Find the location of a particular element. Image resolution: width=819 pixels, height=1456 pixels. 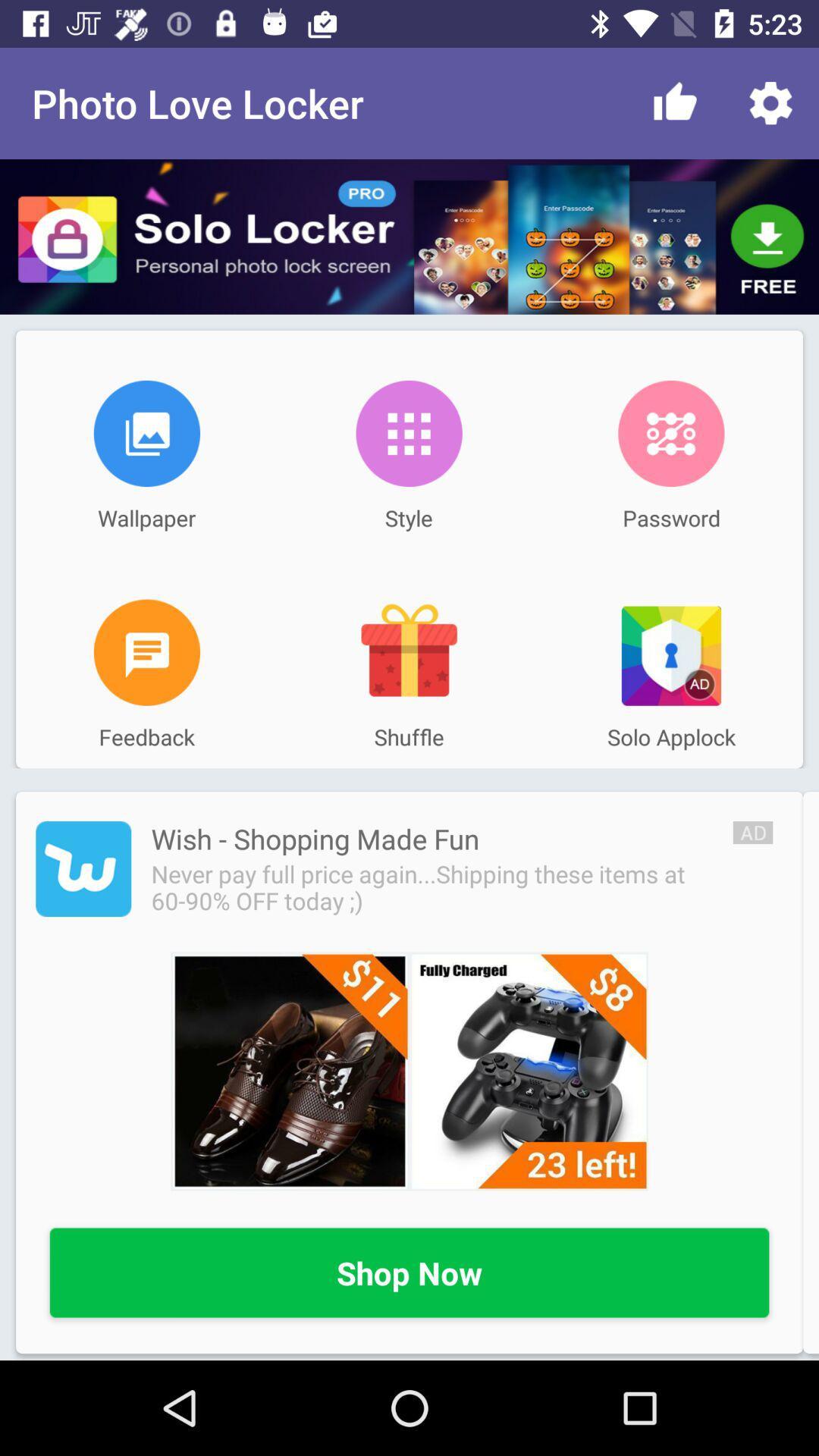

open wallpaper is located at coordinates (146, 432).